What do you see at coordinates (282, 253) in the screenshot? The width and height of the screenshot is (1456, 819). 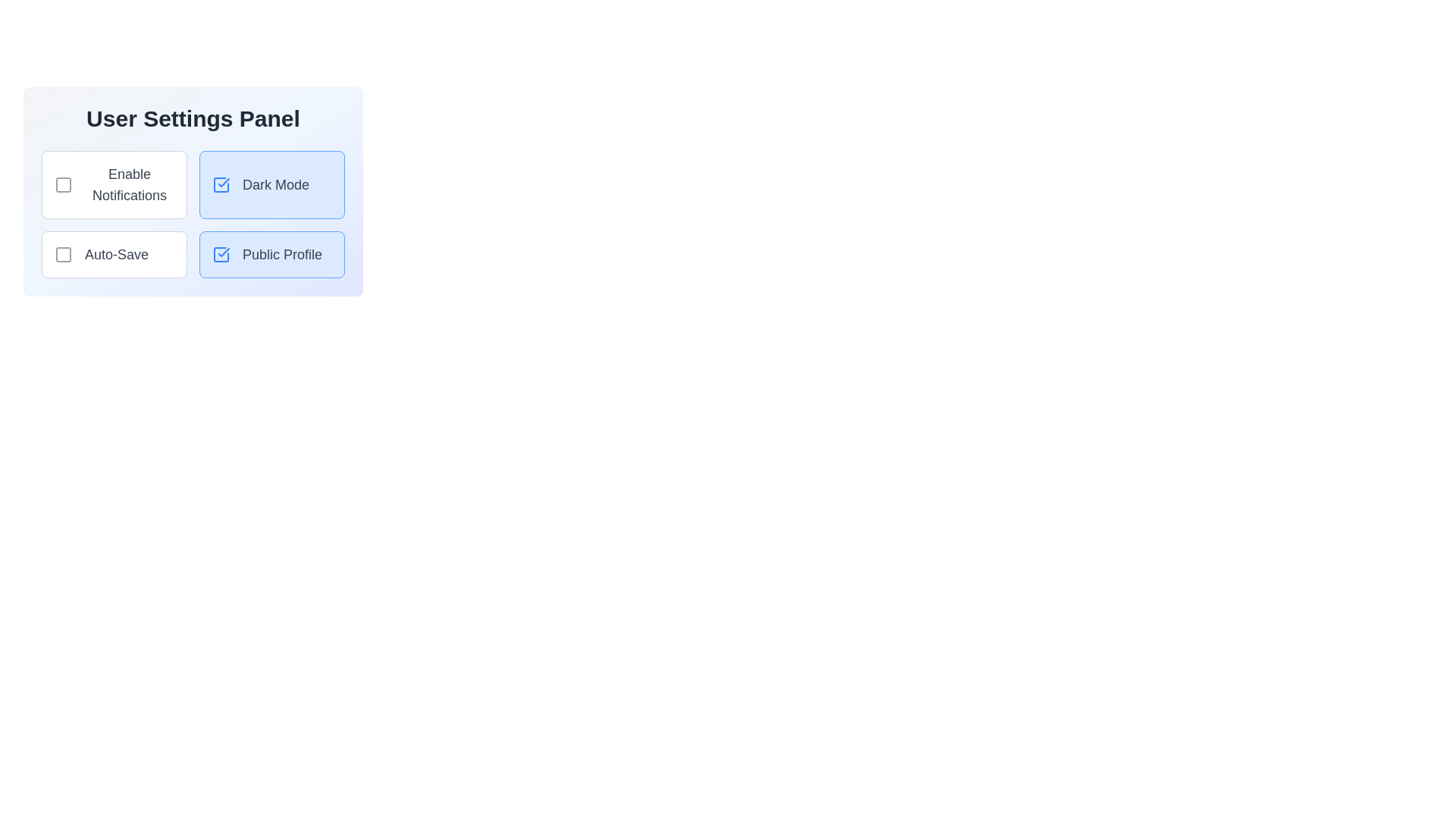 I see `'Public Profile' text label, which is styled in gray within a blue-bordered box and located at the bottom-right option in the User Settings Panel, next to a checkmark icon` at bounding box center [282, 253].